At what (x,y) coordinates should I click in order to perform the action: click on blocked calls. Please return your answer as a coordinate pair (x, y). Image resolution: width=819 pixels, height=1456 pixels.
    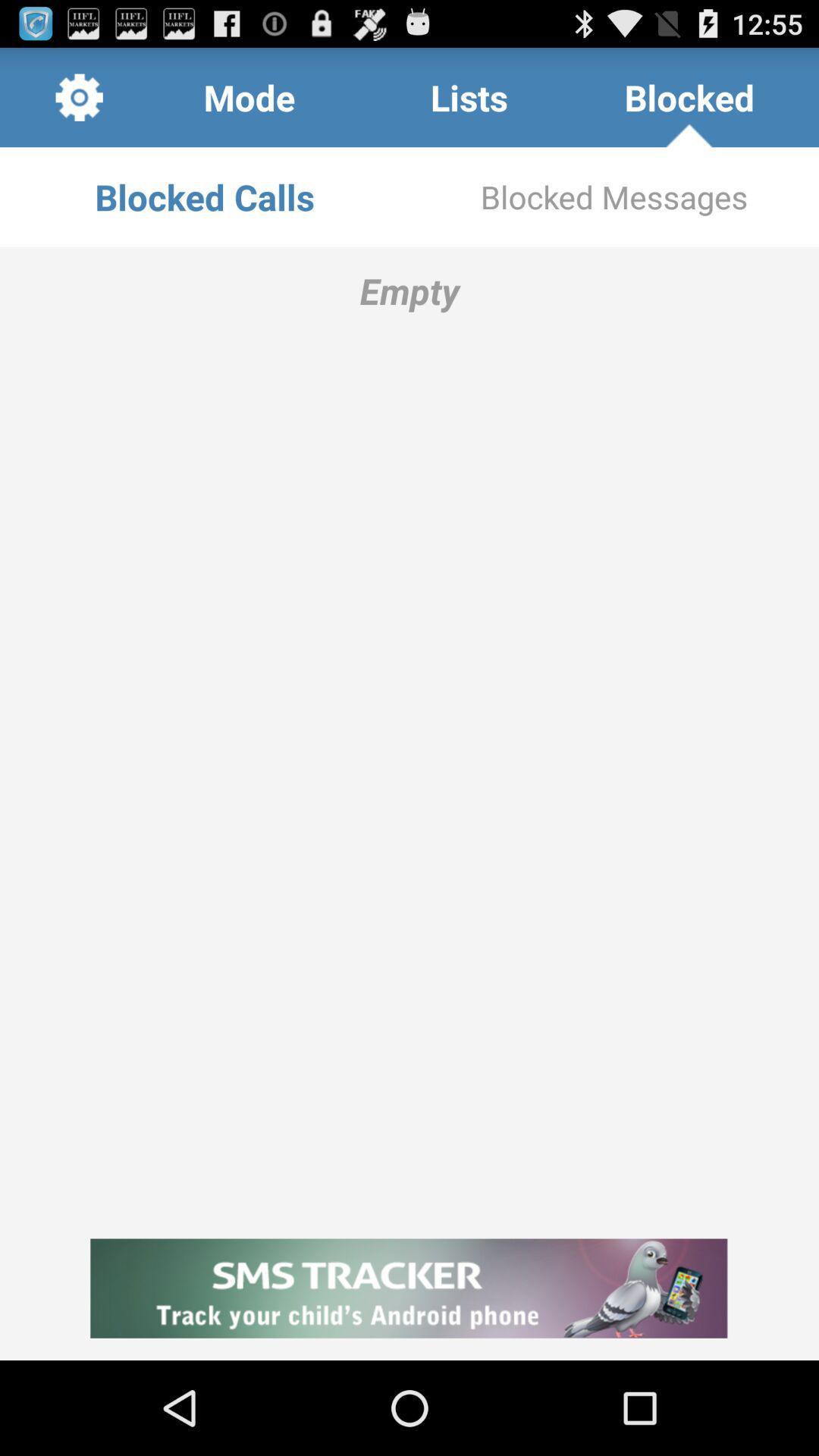
    Looking at the image, I should click on (205, 196).